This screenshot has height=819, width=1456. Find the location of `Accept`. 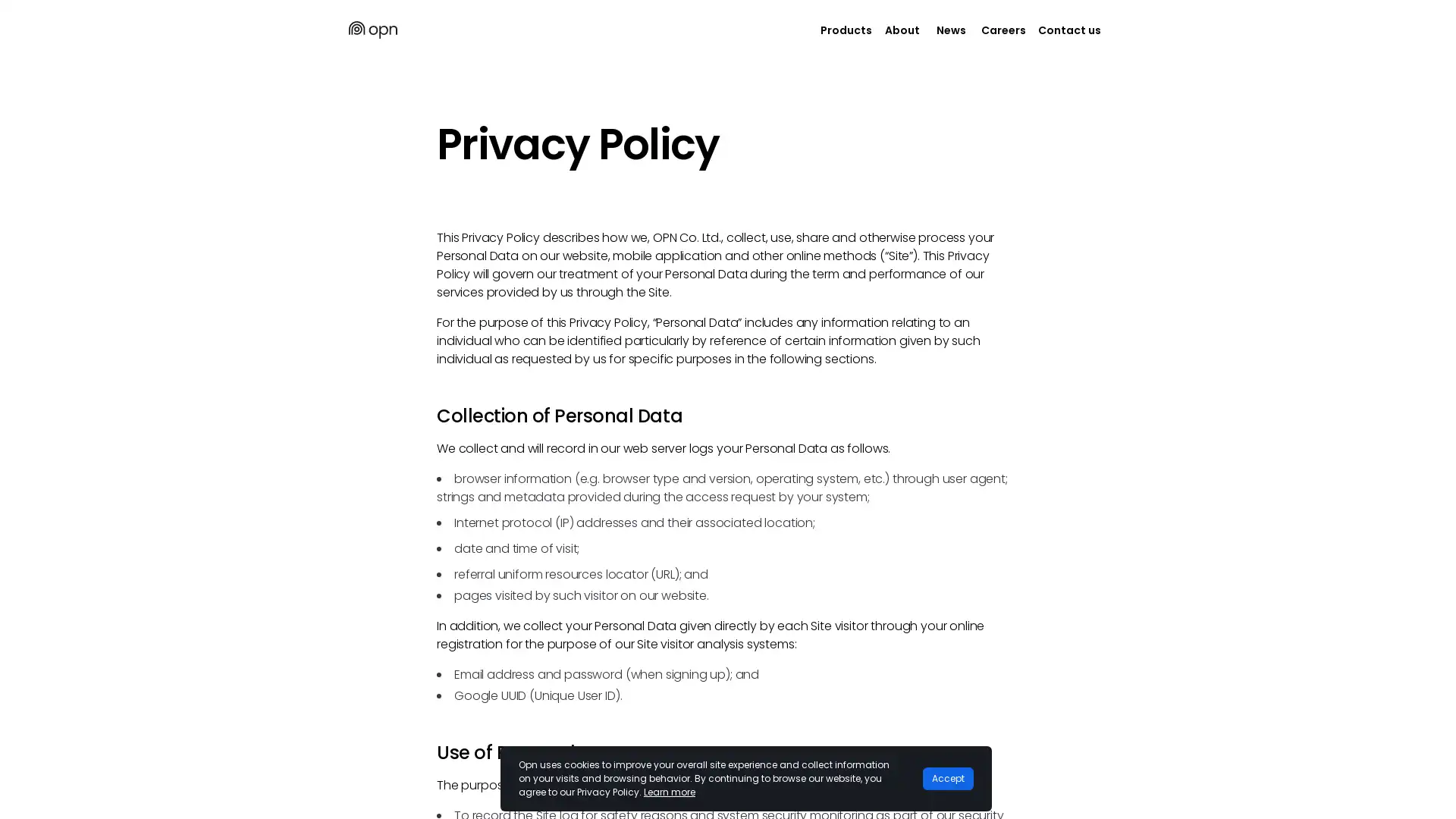

Accept is located at coordinates (947, 778).